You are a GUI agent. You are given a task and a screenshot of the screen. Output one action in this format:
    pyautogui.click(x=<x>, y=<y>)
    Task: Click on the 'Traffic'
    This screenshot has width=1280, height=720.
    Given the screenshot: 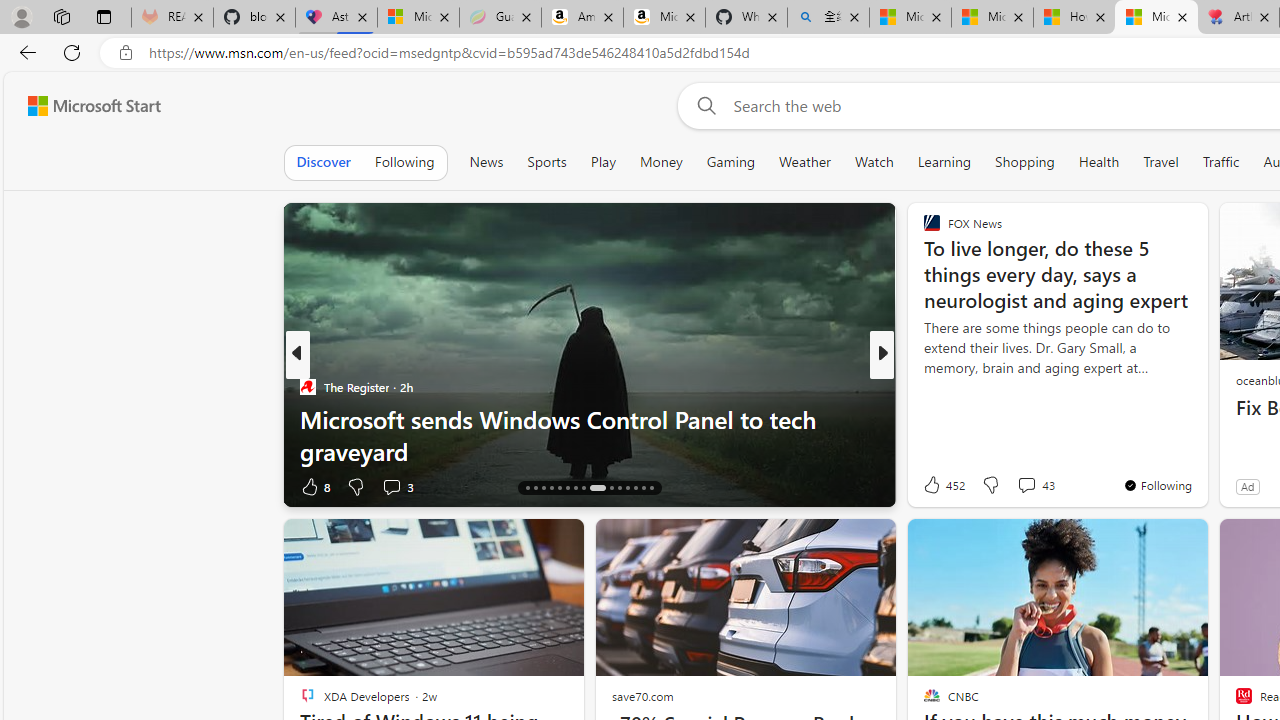 What is the action you would take?
    pyautogui.click(x=1220, y=161)
    